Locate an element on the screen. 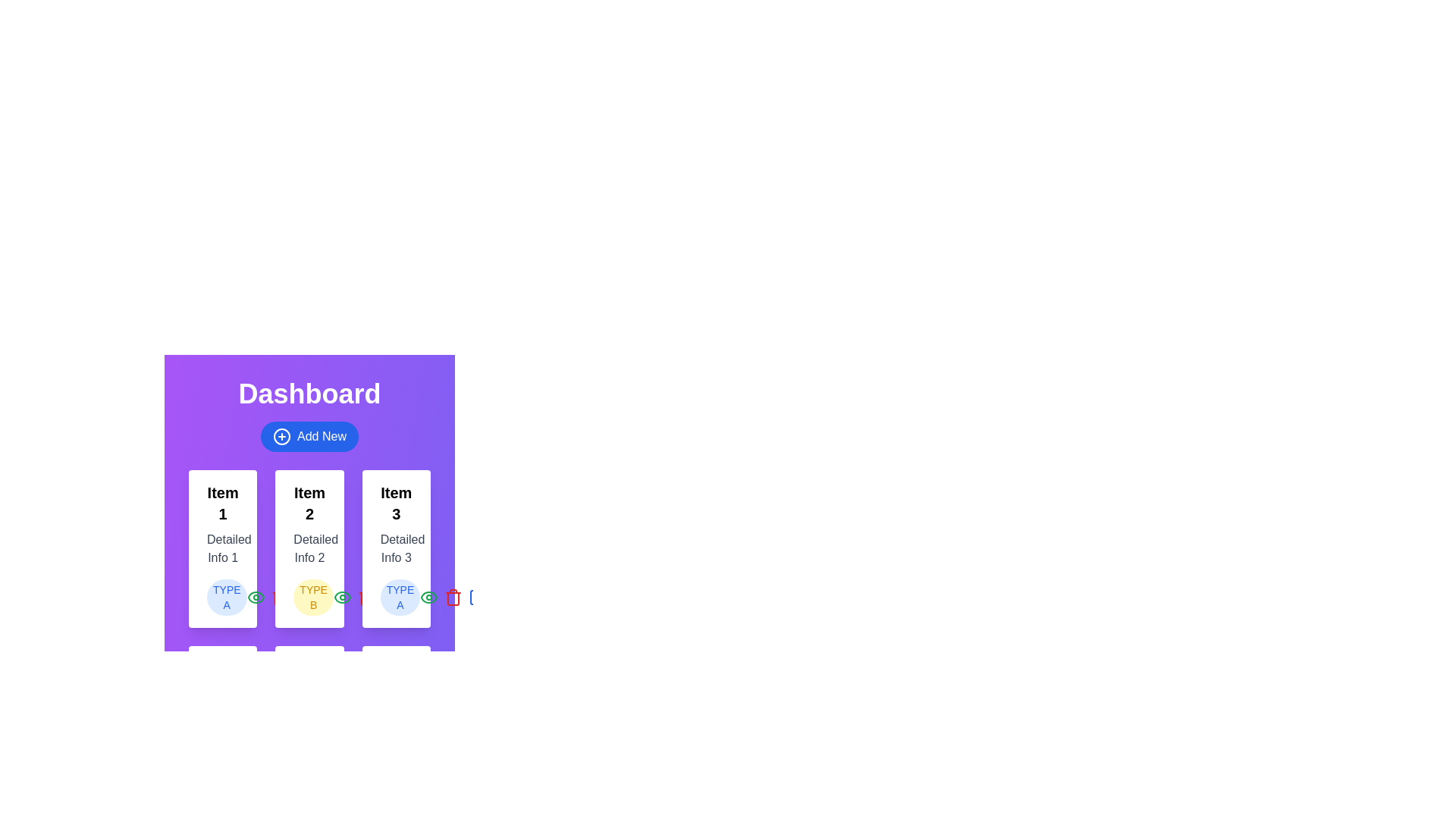 This screenshot has height=819, width=1456. 'Add New' button to add a new item is located at coordinates (309, 436).